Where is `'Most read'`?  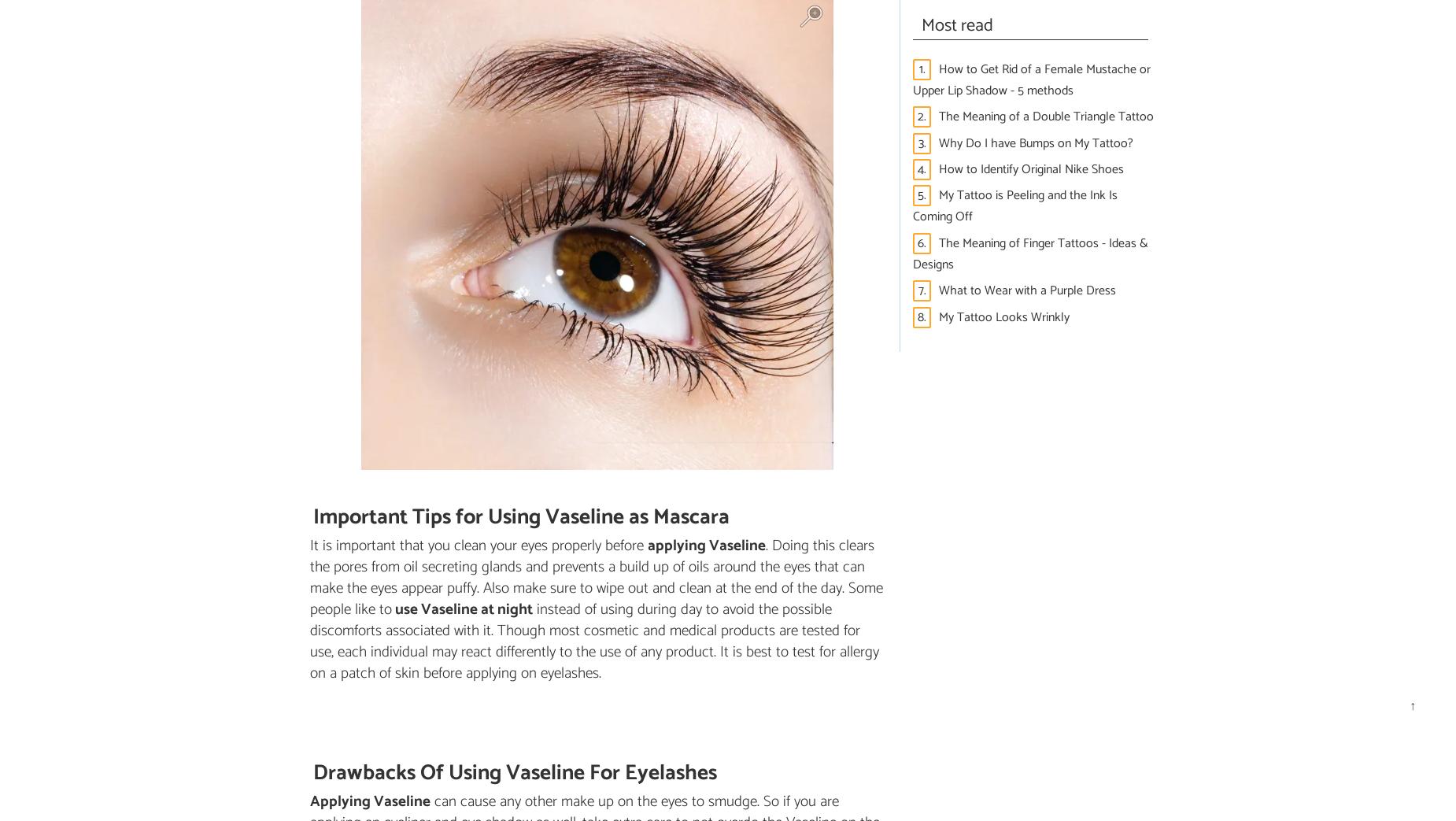 'Most read' is located at coordinates (956, 24).